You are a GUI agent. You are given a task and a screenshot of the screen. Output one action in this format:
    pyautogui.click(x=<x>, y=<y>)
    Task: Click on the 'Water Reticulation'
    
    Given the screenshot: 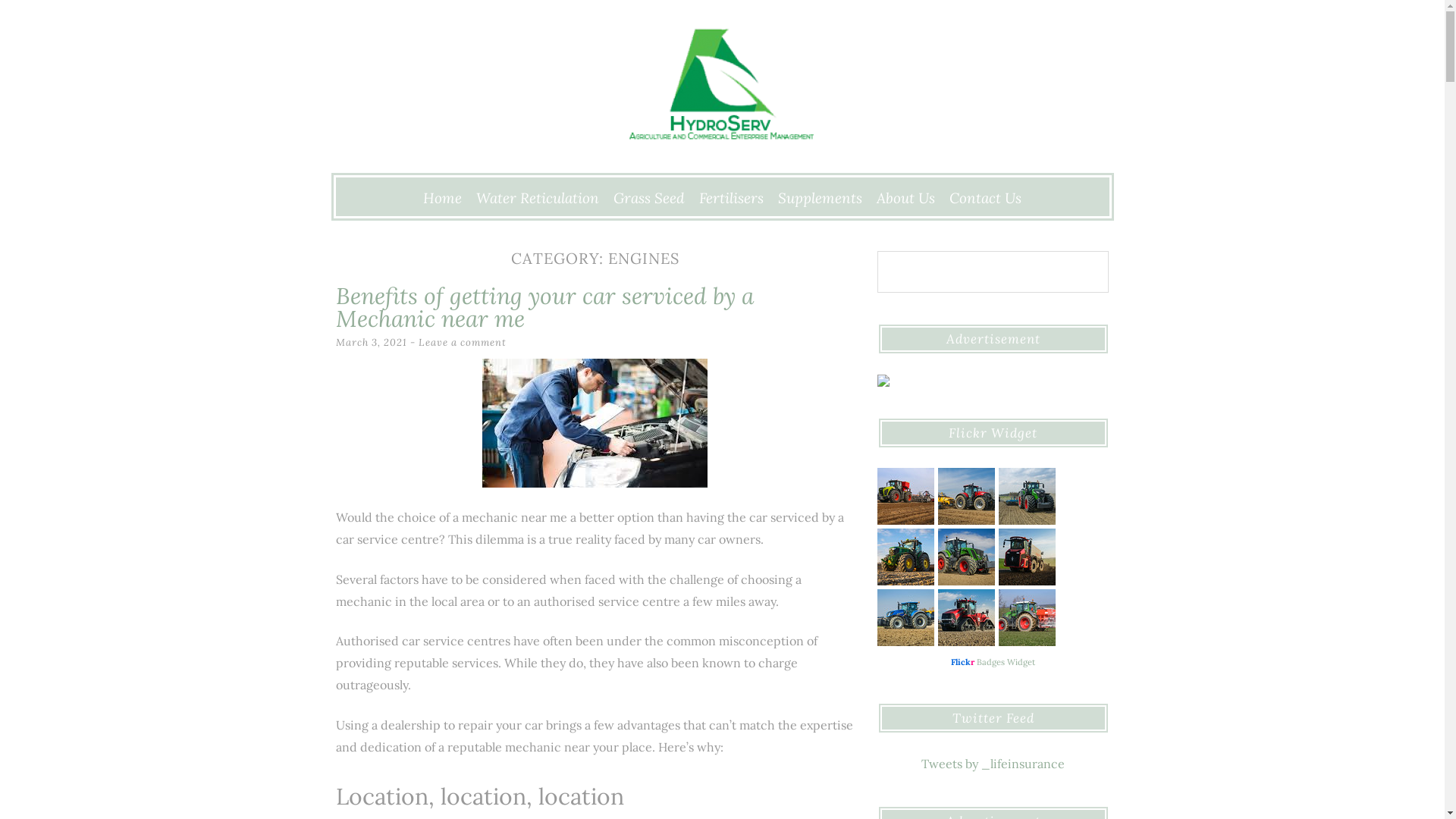 What is the action you would take?
    pyautogui.click(x=538, y=197)
    